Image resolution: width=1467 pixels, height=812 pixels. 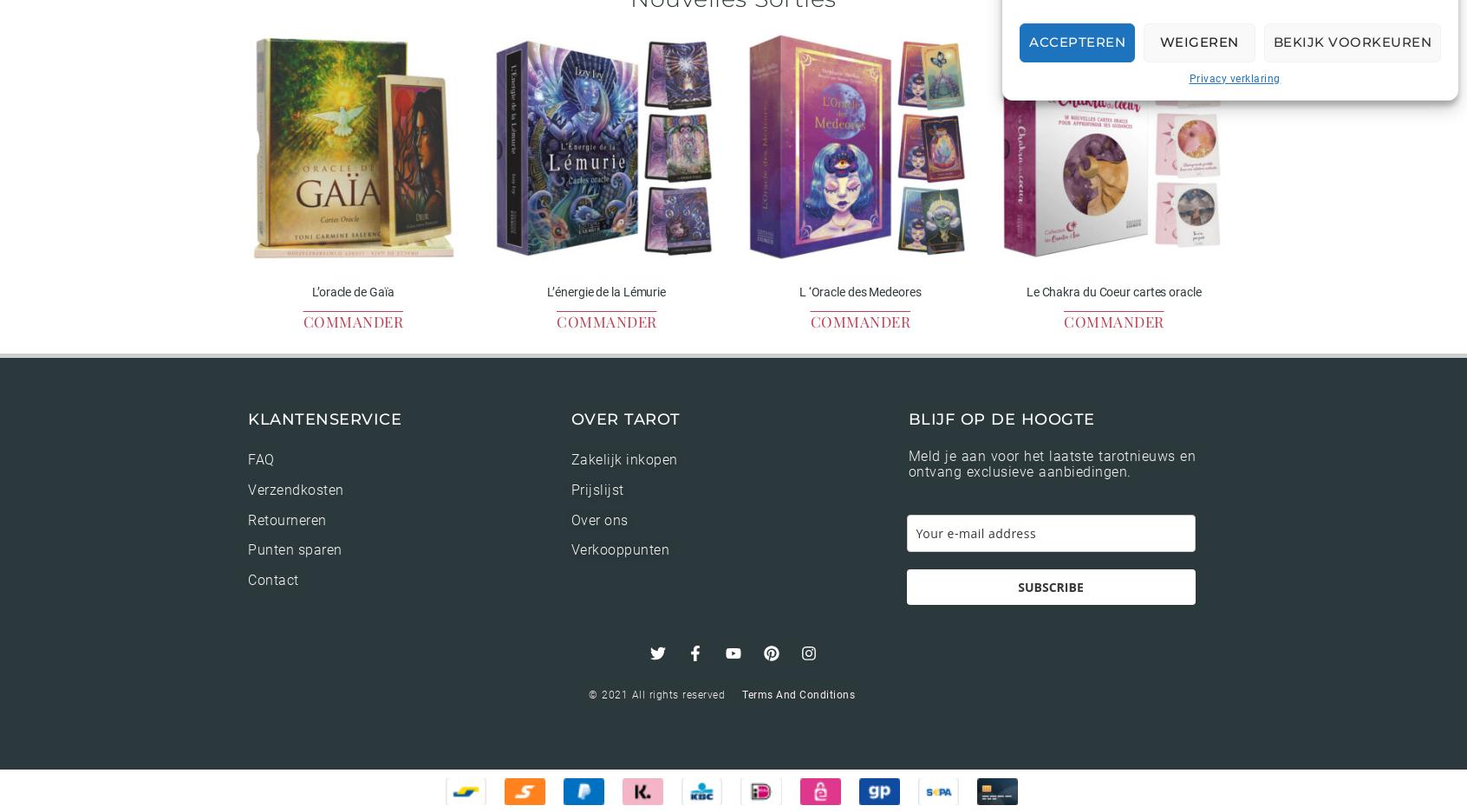 What do you see at coordinates (606, 291) in the screenshot?
I see `'L’énergie de la Lémurie'` at bounding box center [606, 291].